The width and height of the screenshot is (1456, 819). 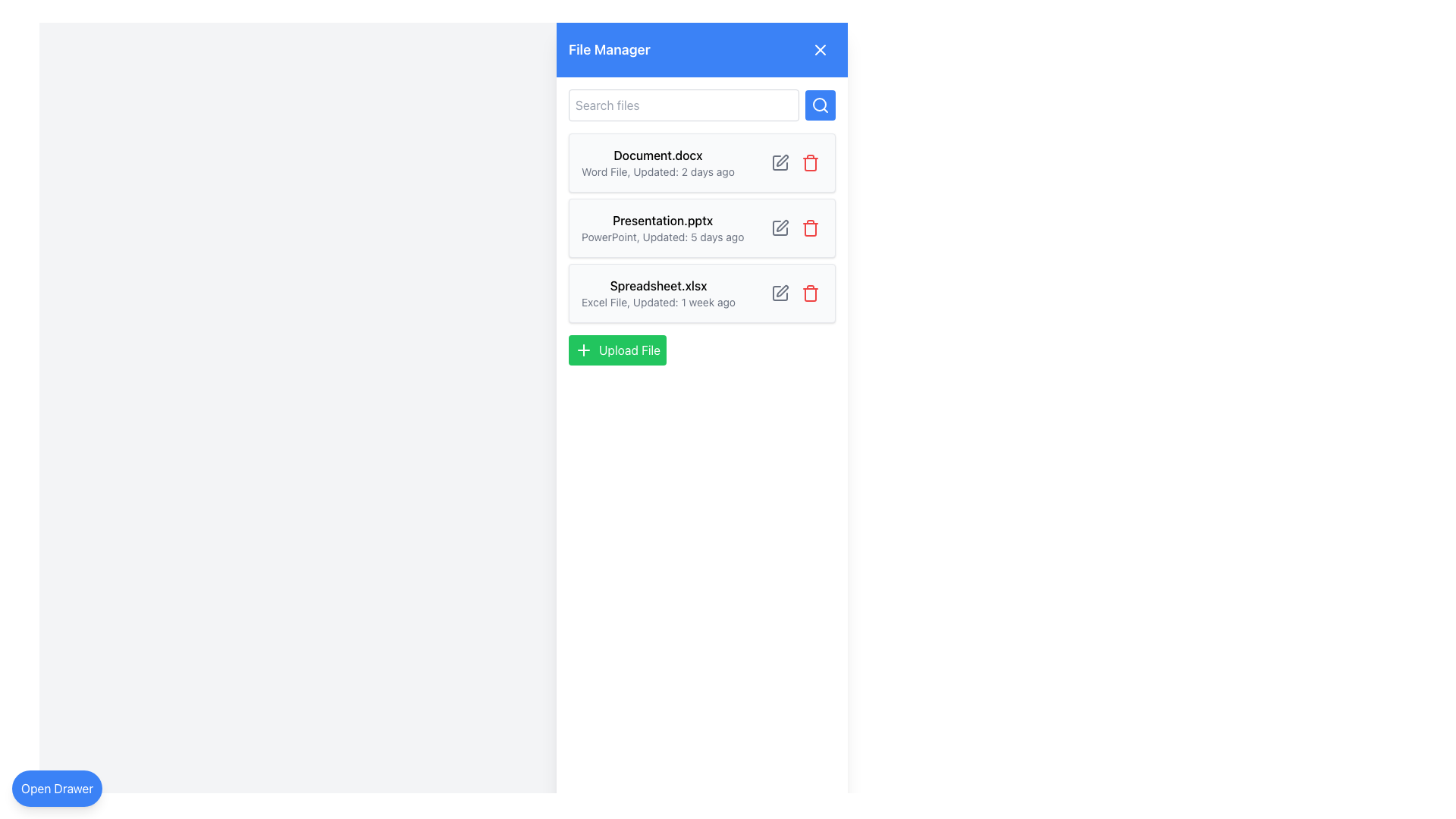 I want to click on the edit icon located on the right part of the third file entry in the document list within the file manager, so click(x=783, y=291).